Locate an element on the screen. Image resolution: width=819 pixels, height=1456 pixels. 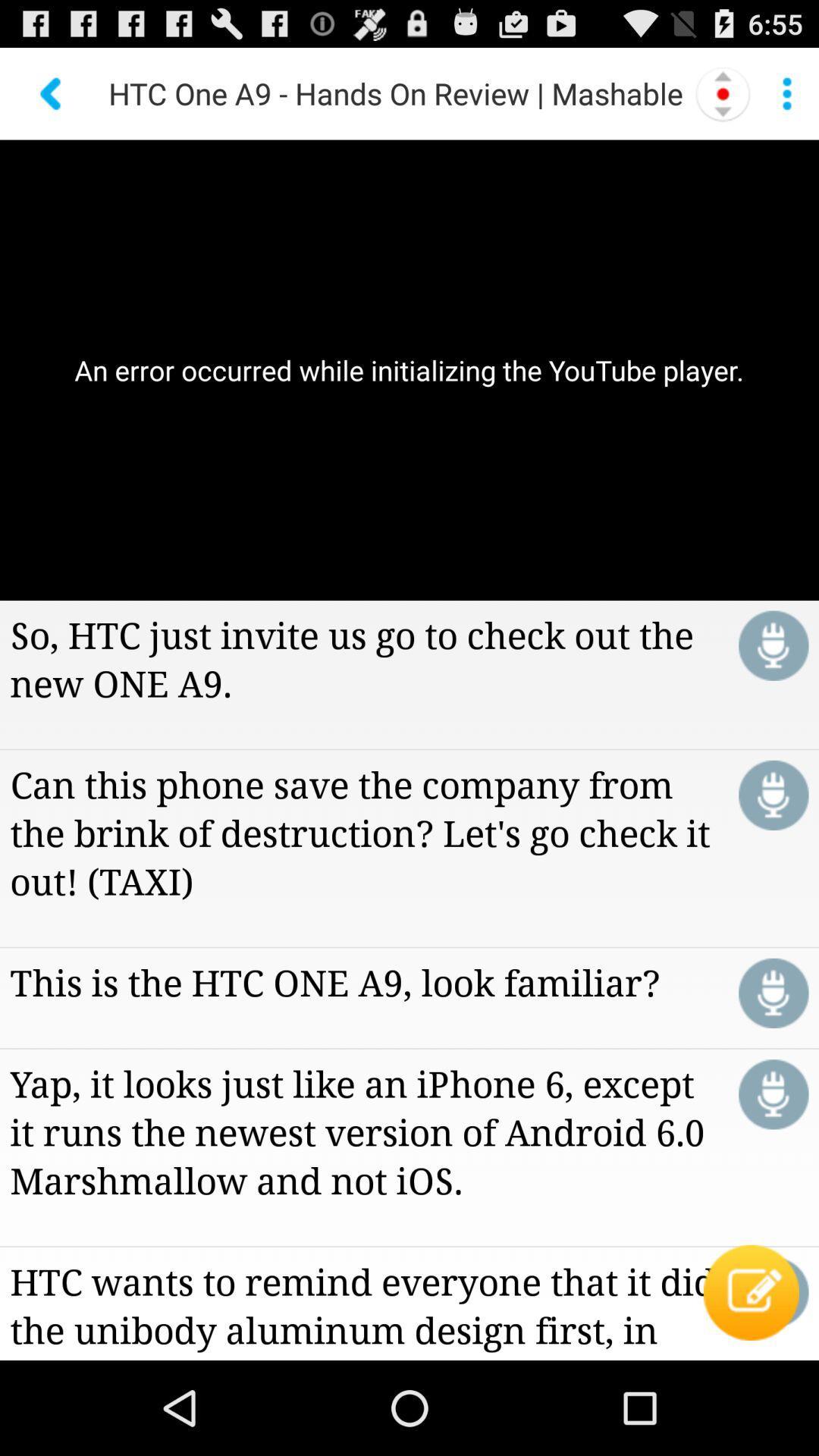
the icon below the yap it looks app is located at coordinates (751, 1291).